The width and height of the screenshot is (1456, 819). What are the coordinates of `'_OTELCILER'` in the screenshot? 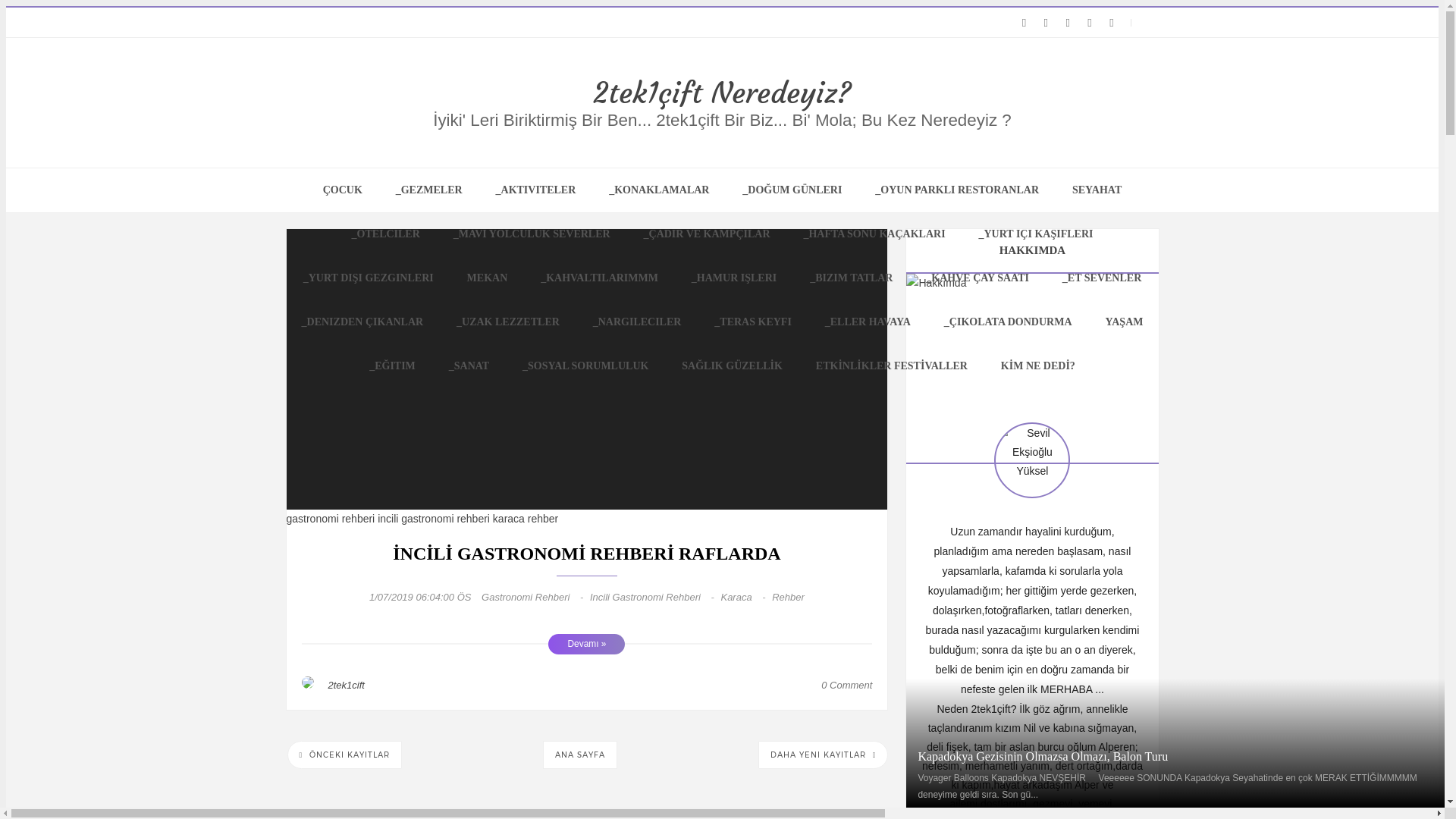 It's located at (385, 234).